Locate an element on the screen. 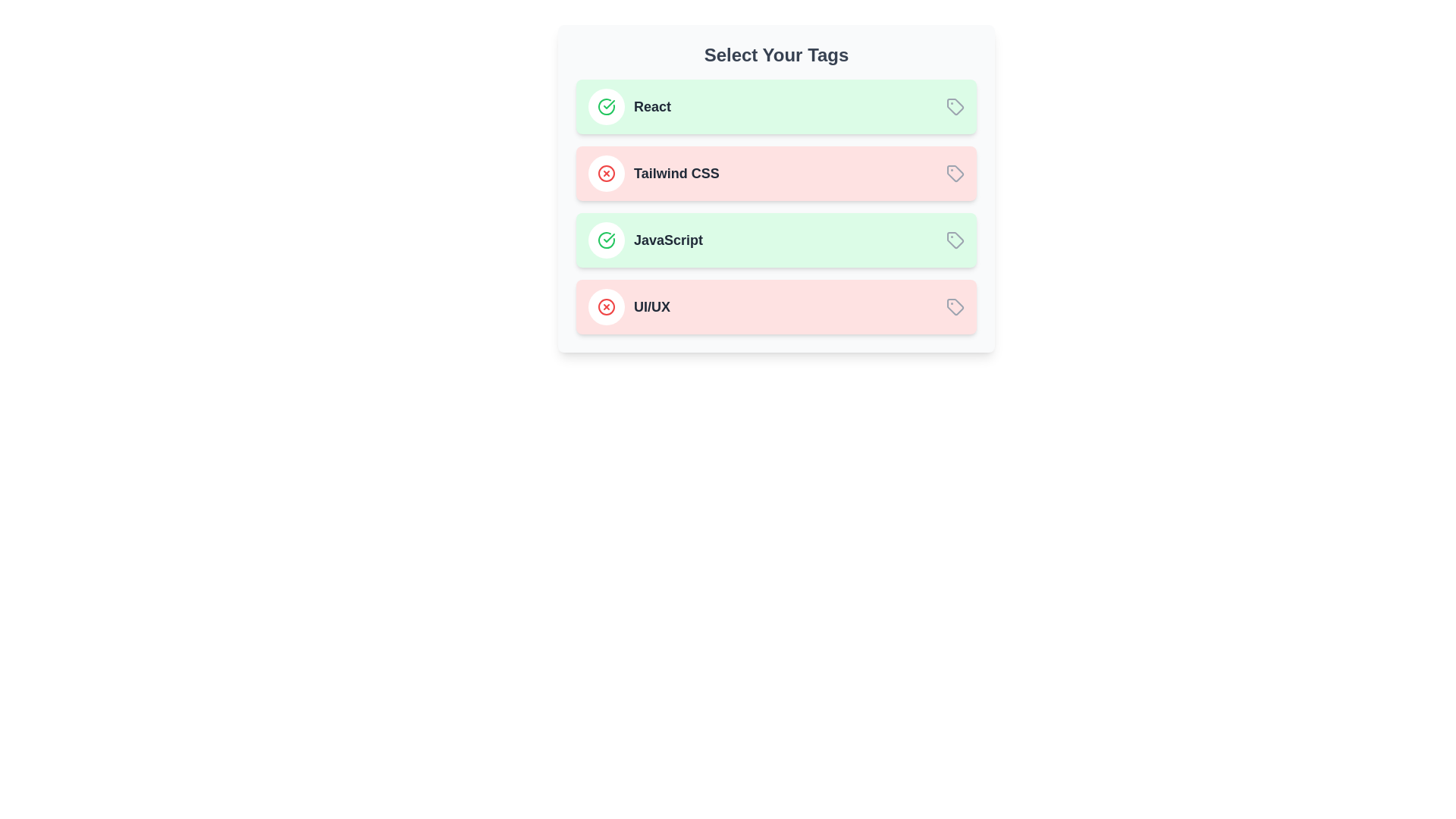  label text of the 'UI/UX' tag item, which is the last item in the vertically stacked list of tag options is located at coordinates (629, 307).